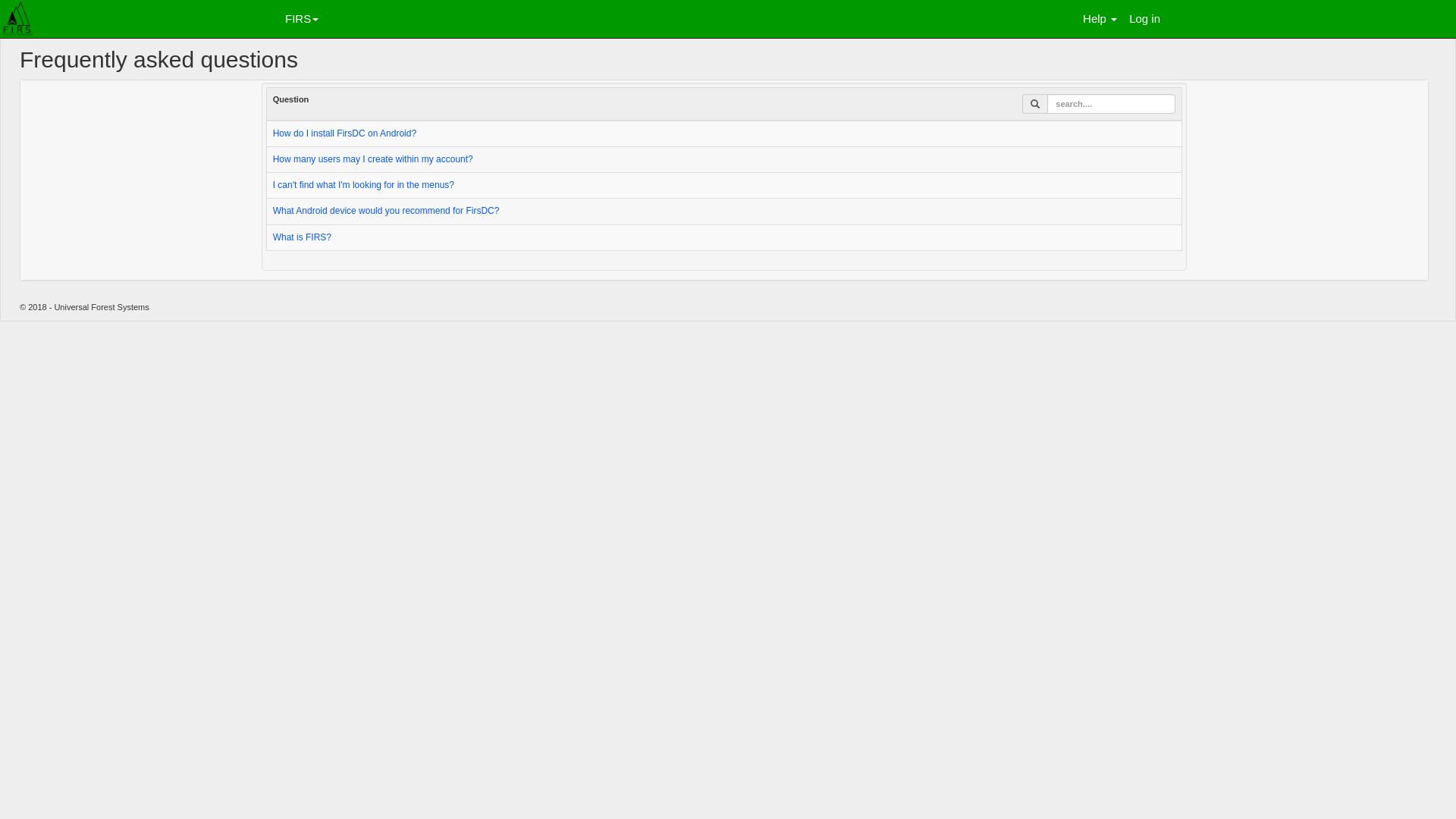  Describe the element at coordinates (372, 159) in the screenshot. I see `'How many users may I create within my account?'` at that location.